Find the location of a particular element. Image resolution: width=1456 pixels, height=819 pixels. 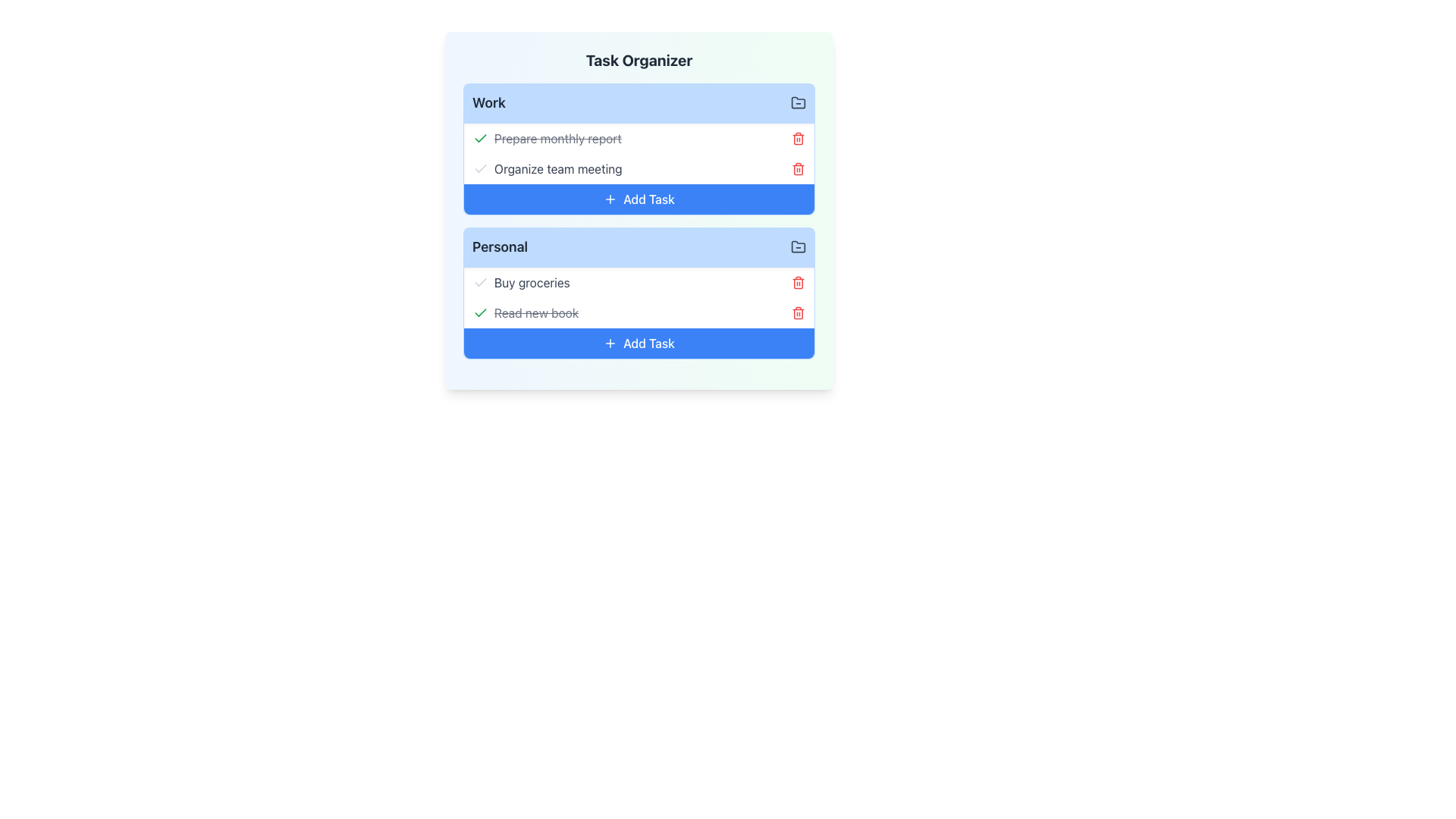

the 'Add Task' button located at the bottom of the task list in the 'Work' section, which has a blue background and white text is located at coordinates (639, 198).